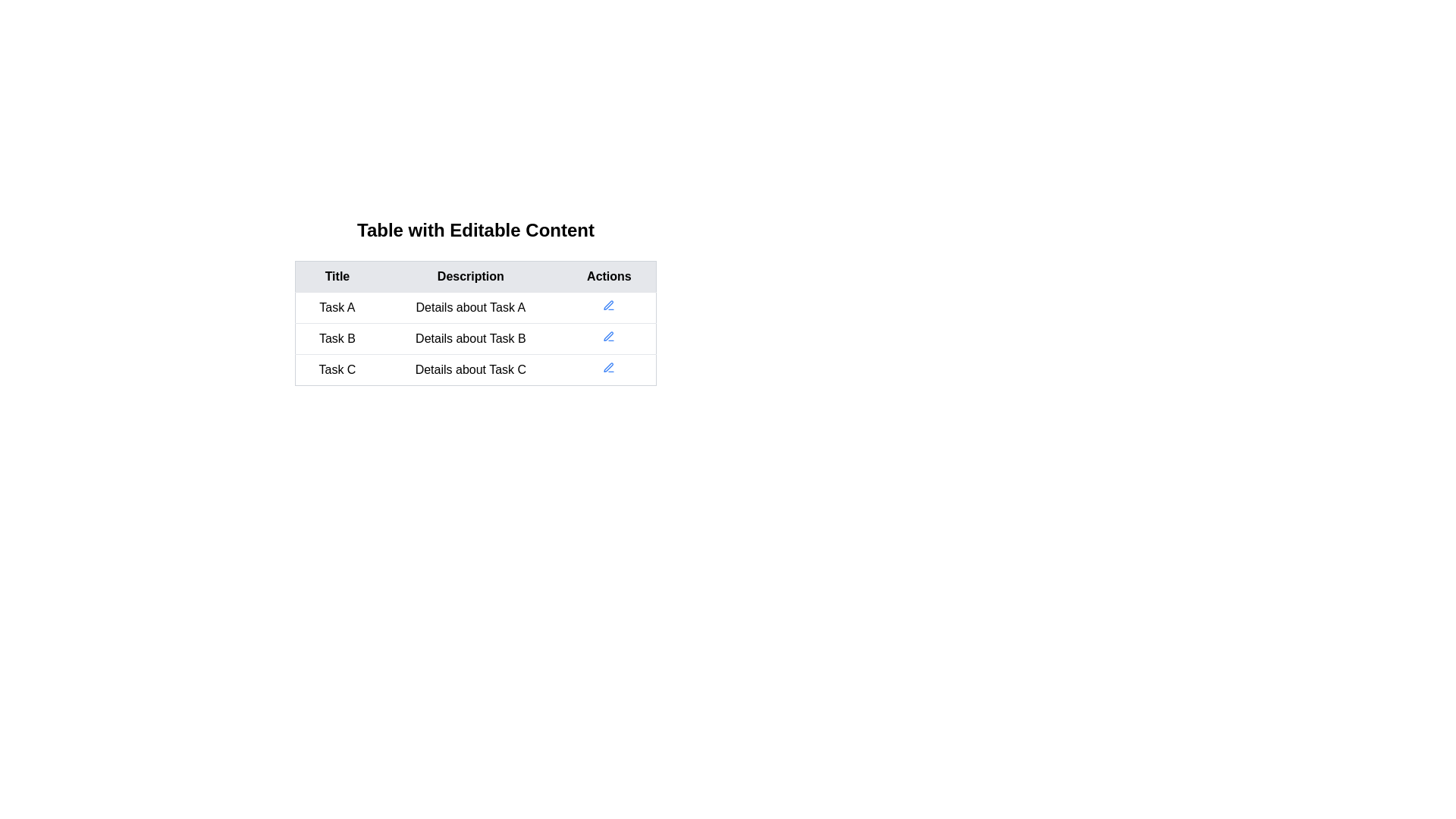 The width and height of the screenshot is (1456, 819). What do you see at coordinates (609, 305) in the screenshot?
I see `the pen-like icon in the 'Actions' column of the table row corresponding to 'Task A' to initiate editing` at bounding box center [609, 305].